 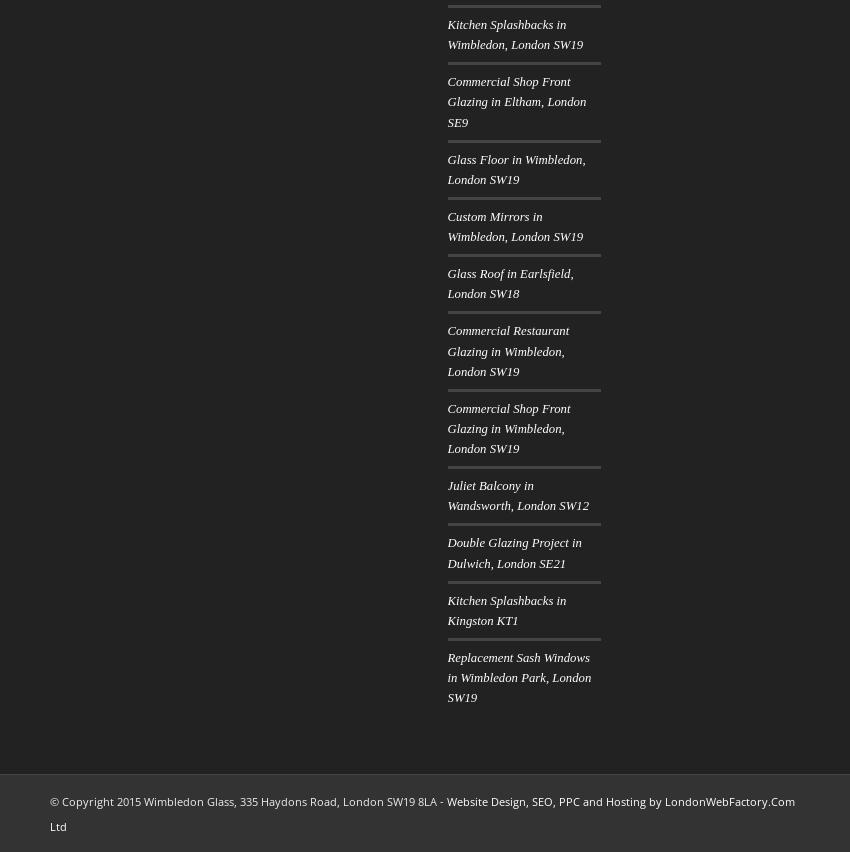 What do you see at coordinates (506, 610) in the screenshot?
I see `'Kitchen Splashbacks in Kingston KT1'` at bounding box center [506, 610].